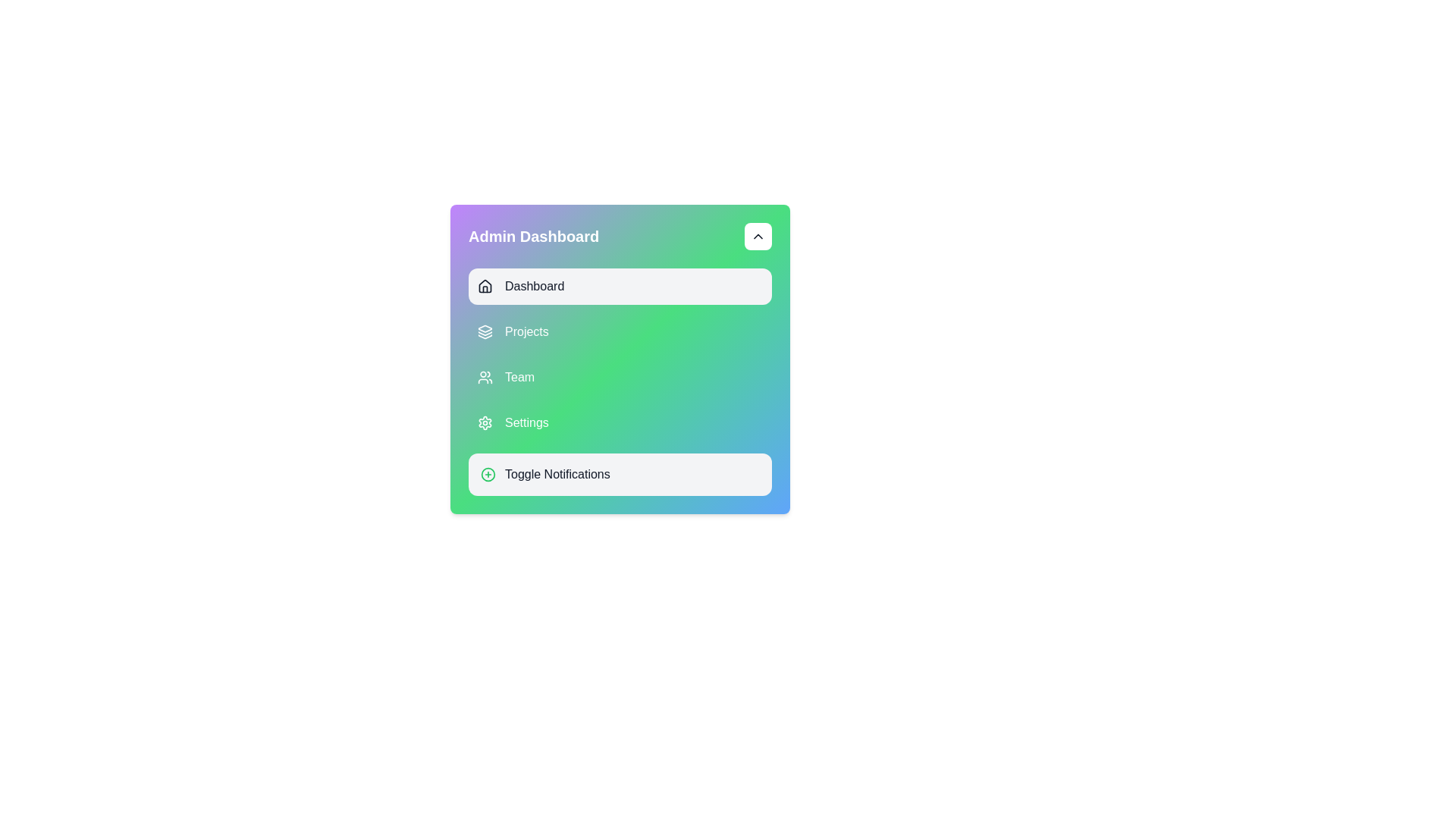 The image size is (1456, 819). I want to click on the appearance of the circular border component around the '+' symbol in the 'circle-plus' icon located at the bottom right corner of the settings menu, so click(488, 473).